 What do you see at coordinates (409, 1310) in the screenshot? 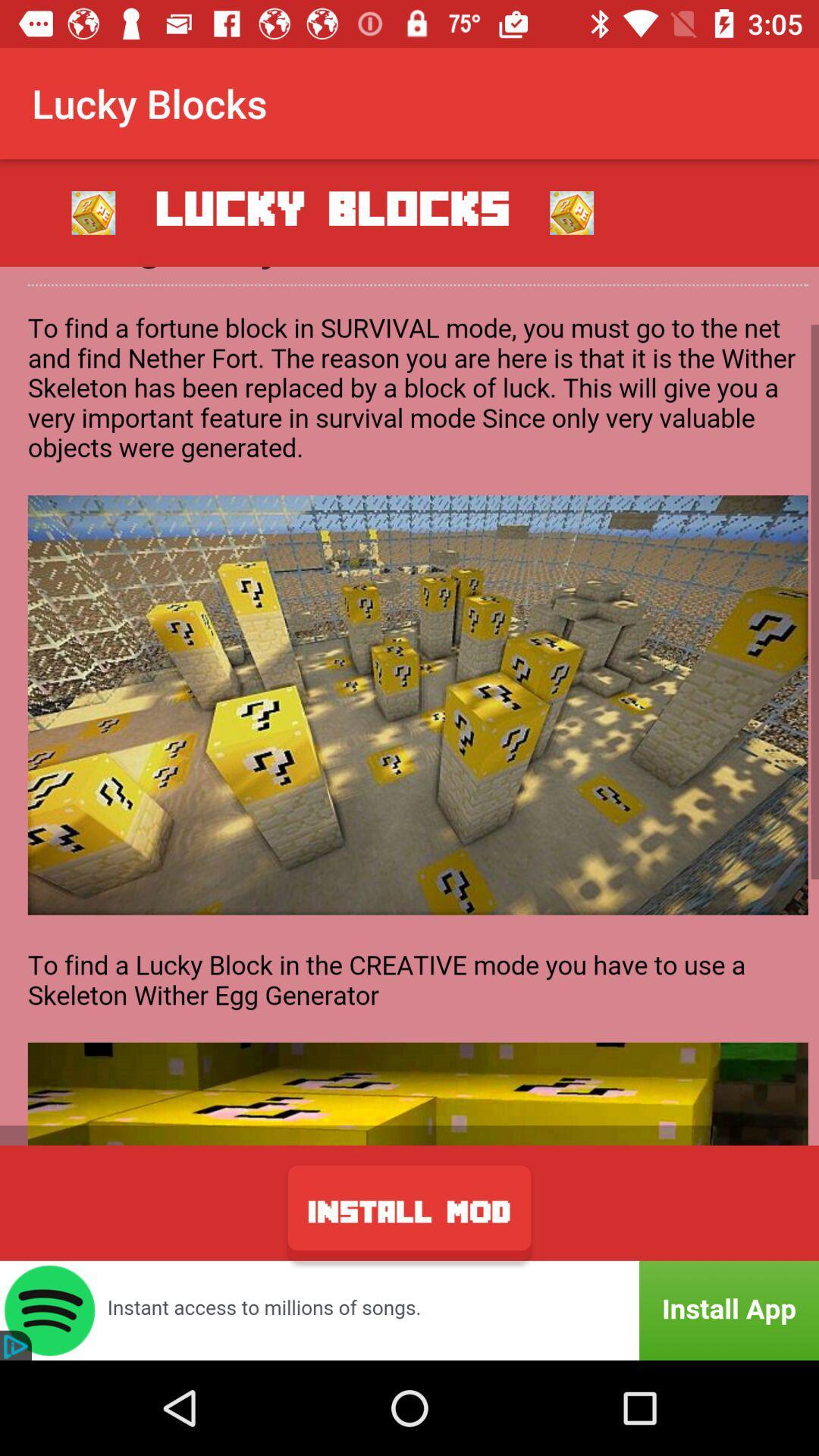
I see `advertisement` at bounding box center [409, 1310].